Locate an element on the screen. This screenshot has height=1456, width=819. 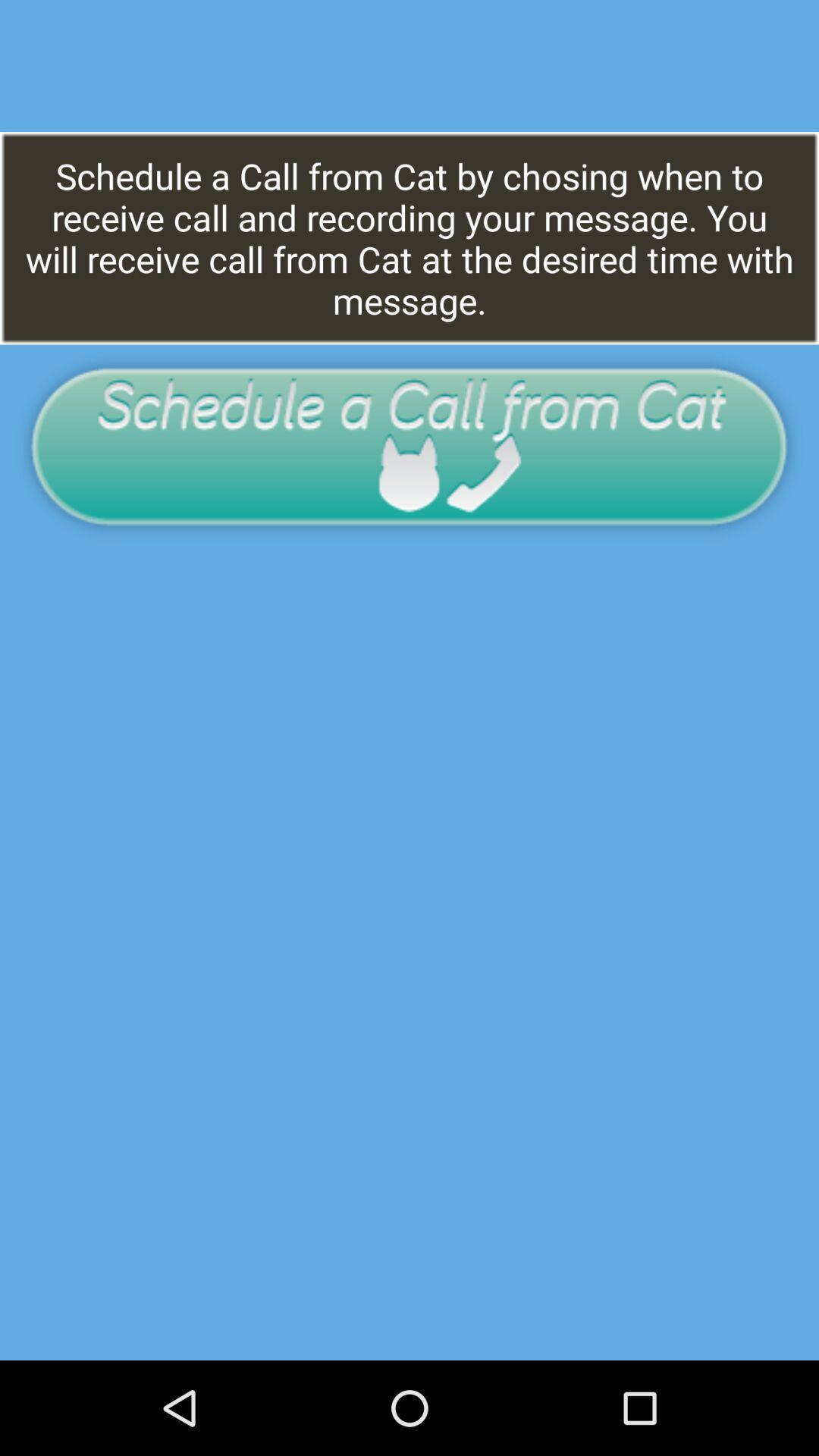
app below schedule a call app is located at coordinates (408, 445).